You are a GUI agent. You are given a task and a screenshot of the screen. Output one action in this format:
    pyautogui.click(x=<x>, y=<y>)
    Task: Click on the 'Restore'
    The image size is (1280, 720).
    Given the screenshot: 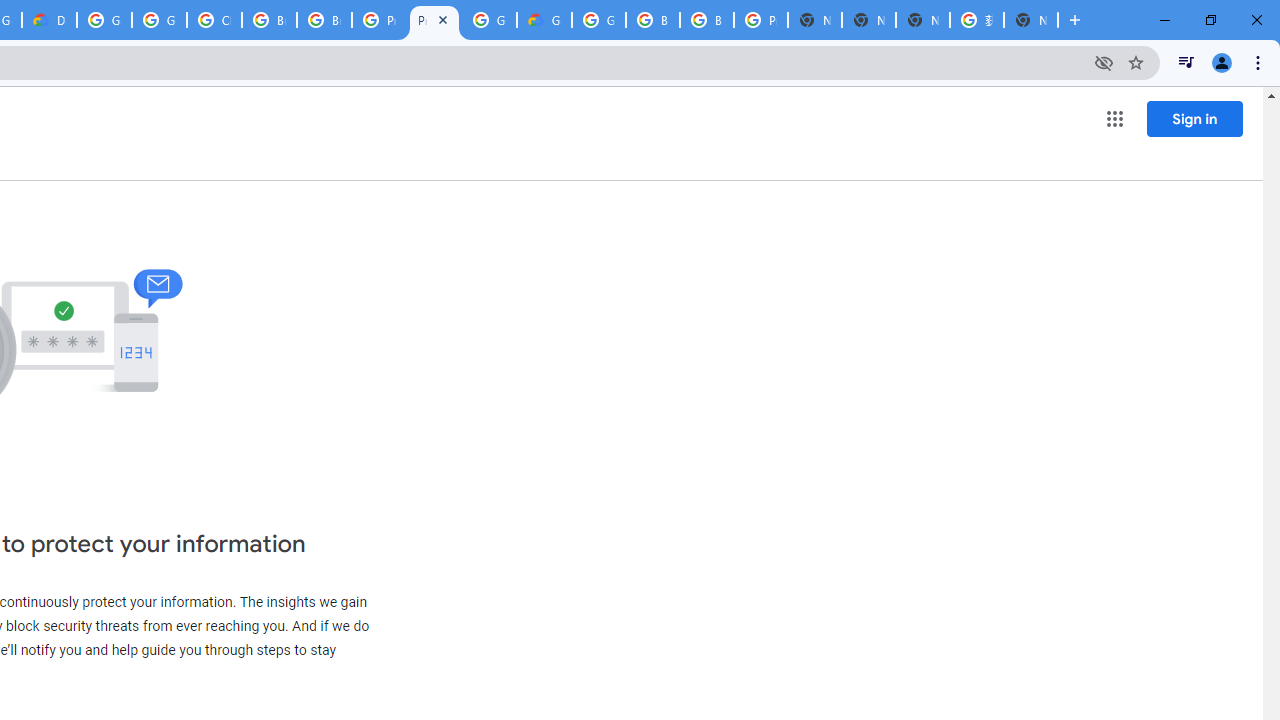 What is the action you would take?
    pyautogui.click(x=1209, y=20)
    